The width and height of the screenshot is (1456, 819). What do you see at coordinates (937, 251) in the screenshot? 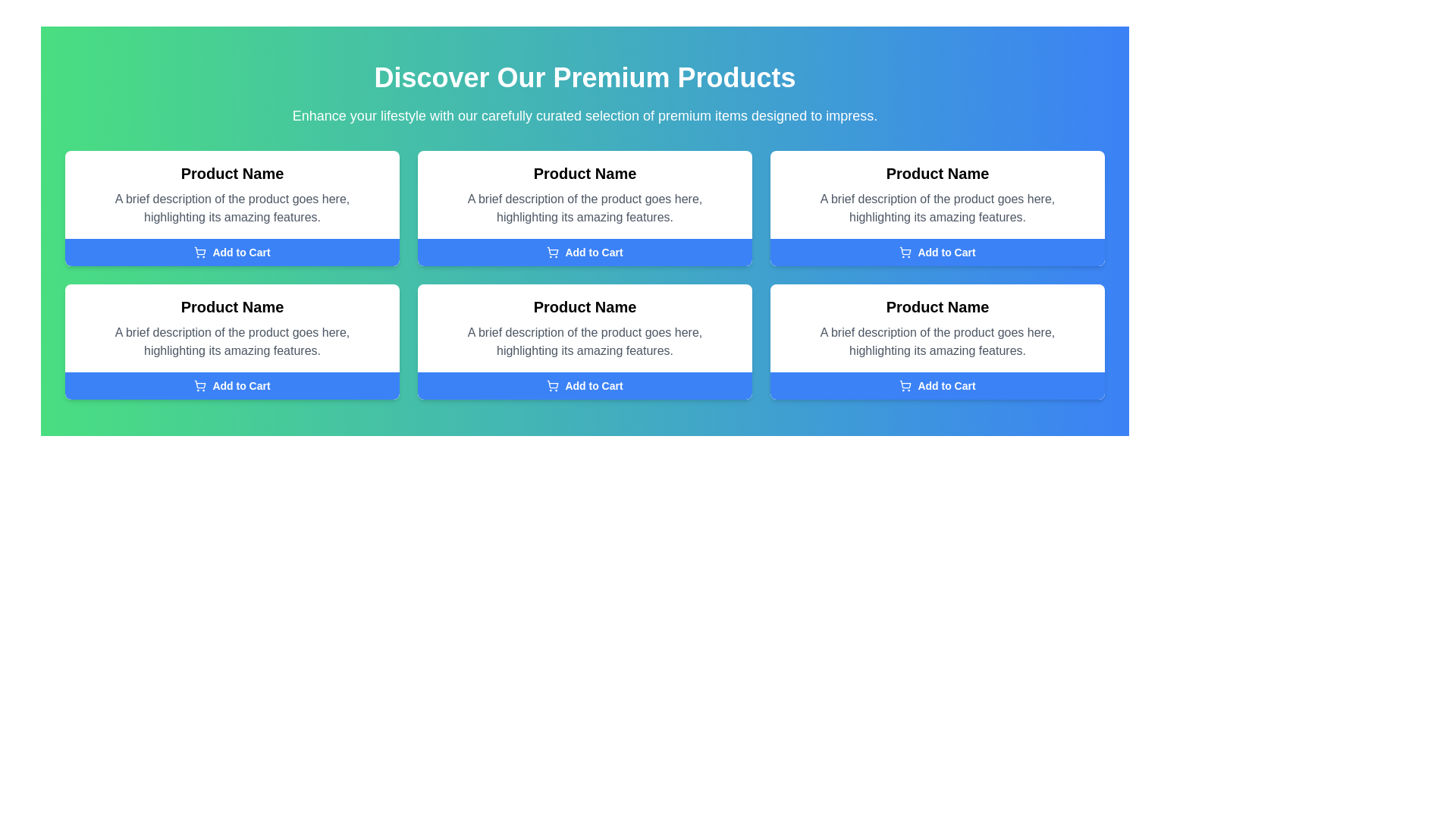
I see `the button located at the bottom of the product card that adds the associated product to the shopping cart, which is identified by the heading 'Product Name'` at bounding box center [937, 251].